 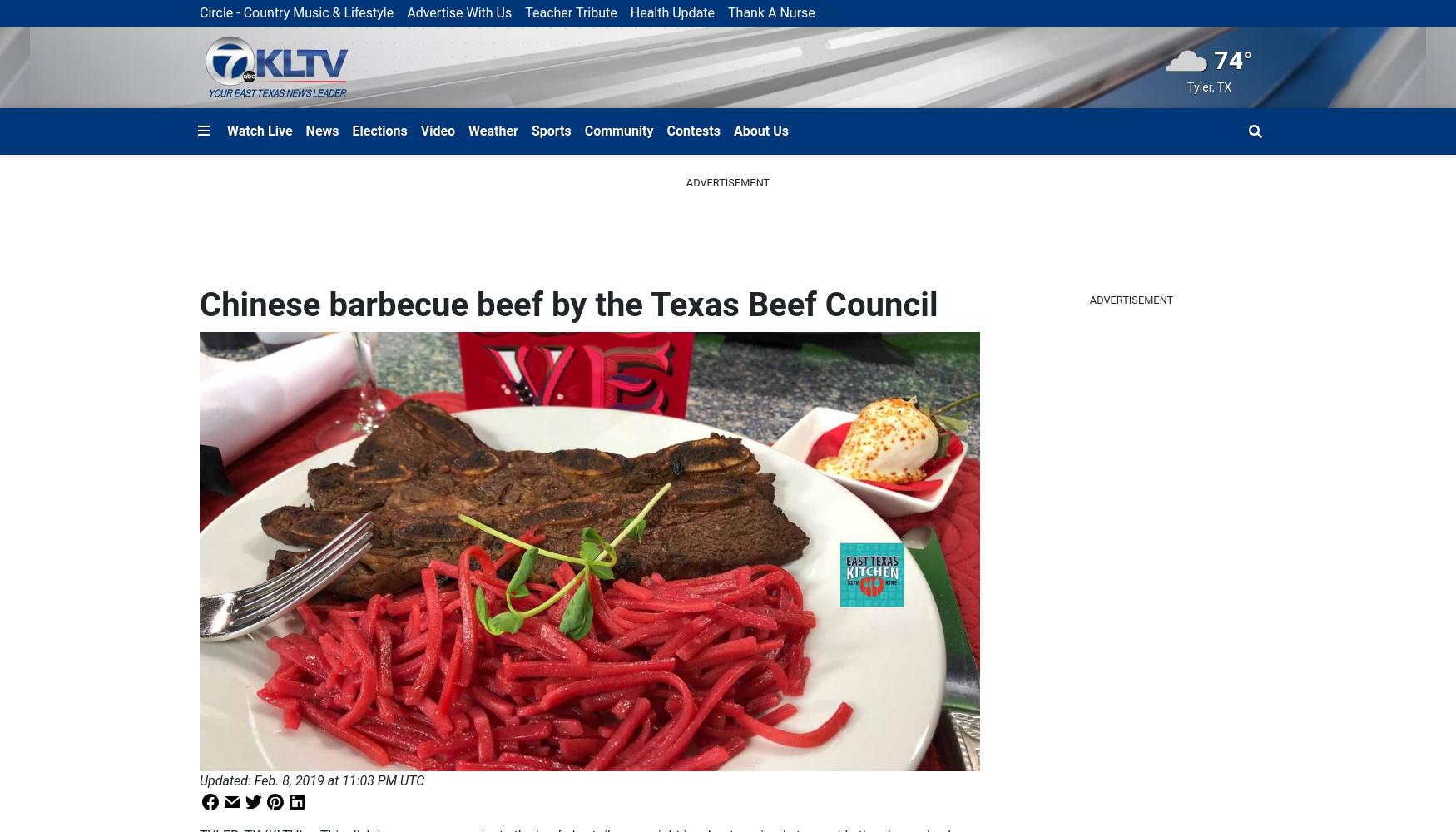 What do you see at coordinates (379, 130) in the screenshot?
I see `'Elections'` at bounding box center [379, 130].